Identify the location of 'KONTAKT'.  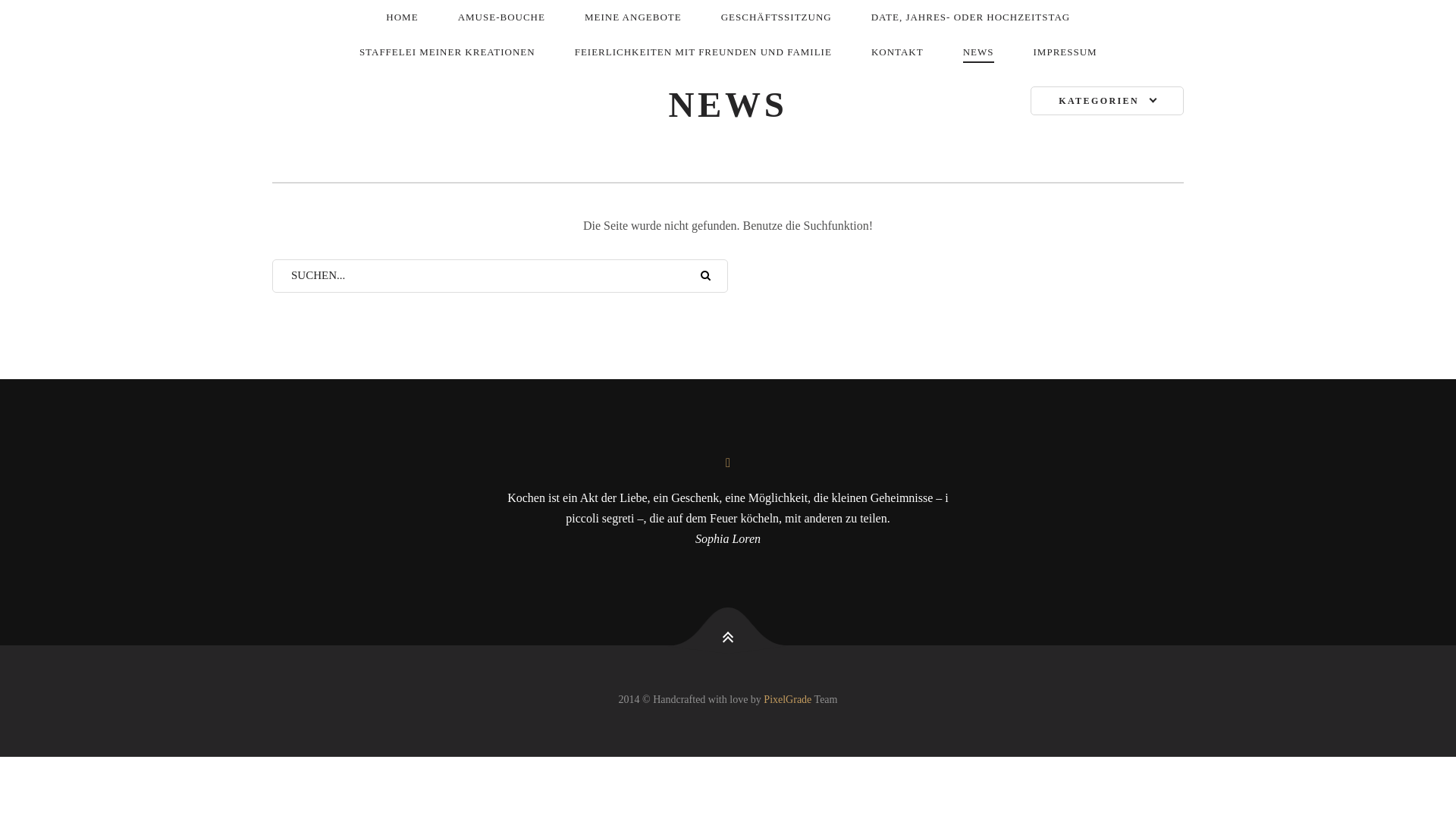
(897, 52).